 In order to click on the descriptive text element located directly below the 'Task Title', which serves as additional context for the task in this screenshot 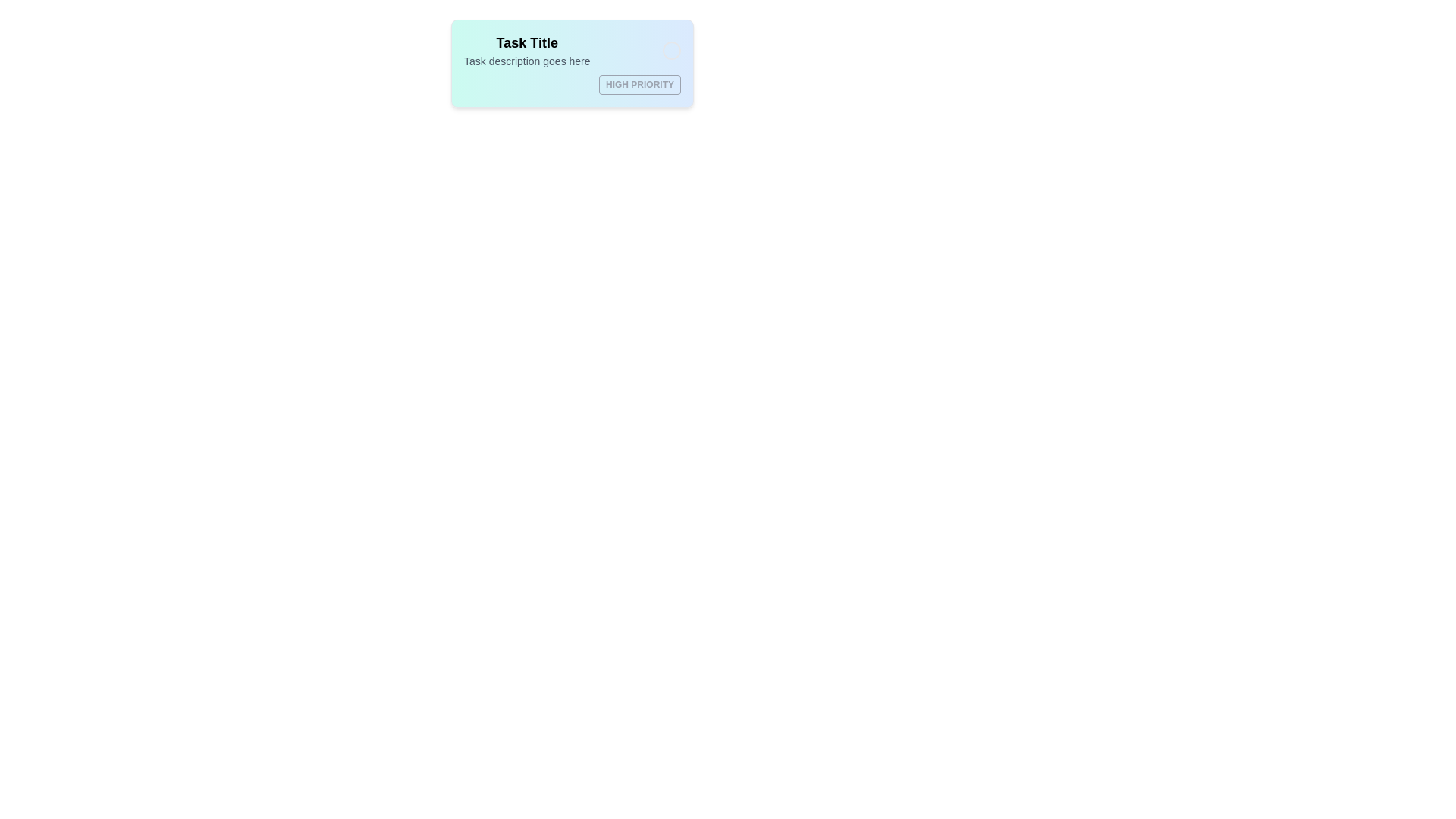, I will do `click(527, 61)`.